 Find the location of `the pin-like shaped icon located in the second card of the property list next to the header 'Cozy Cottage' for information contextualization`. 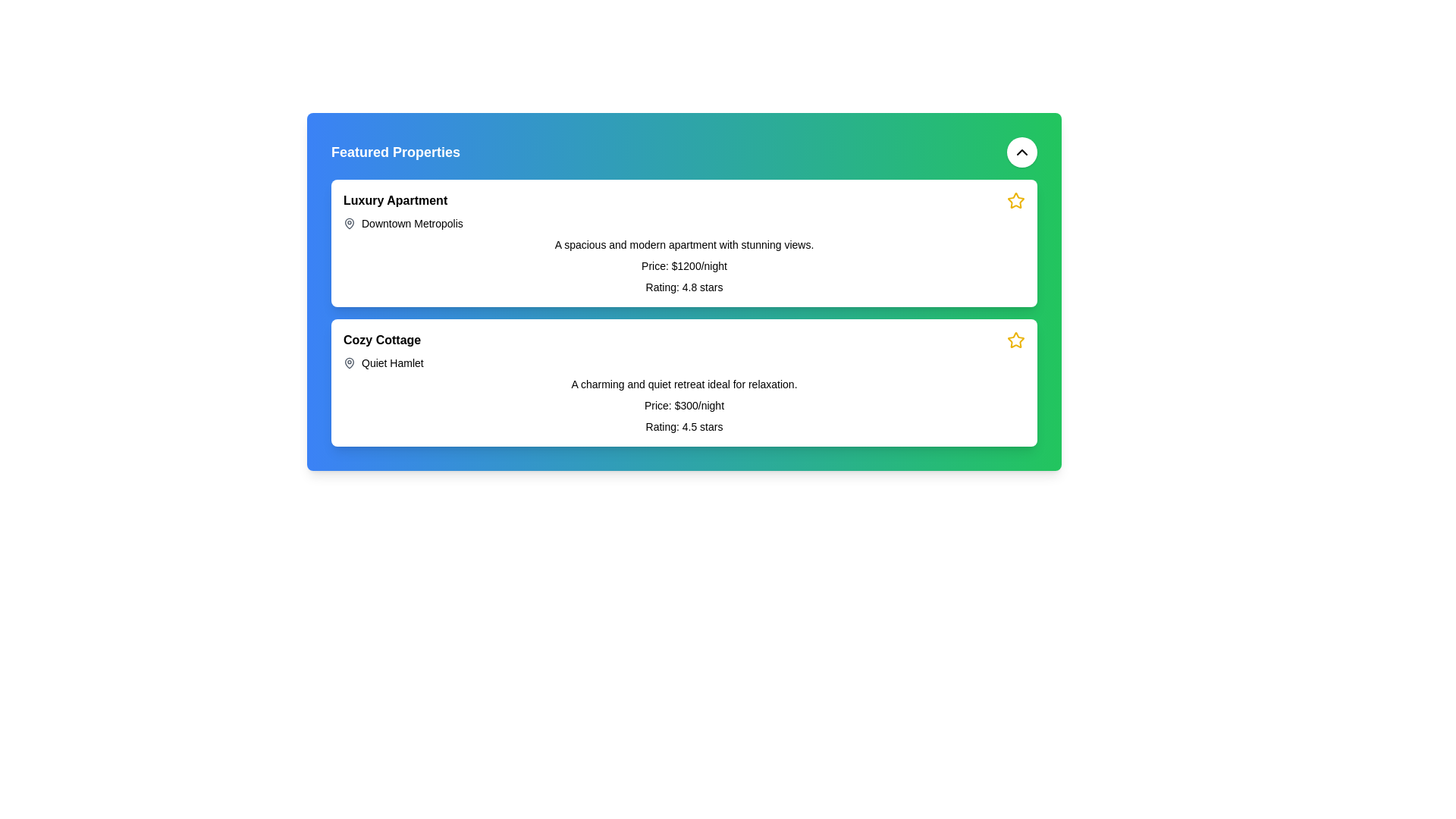

the pin-like shaped icon located in the second card of the property list next to the header 'Cozy Cottage' for information contextualization is located at coordinates (348, 362).